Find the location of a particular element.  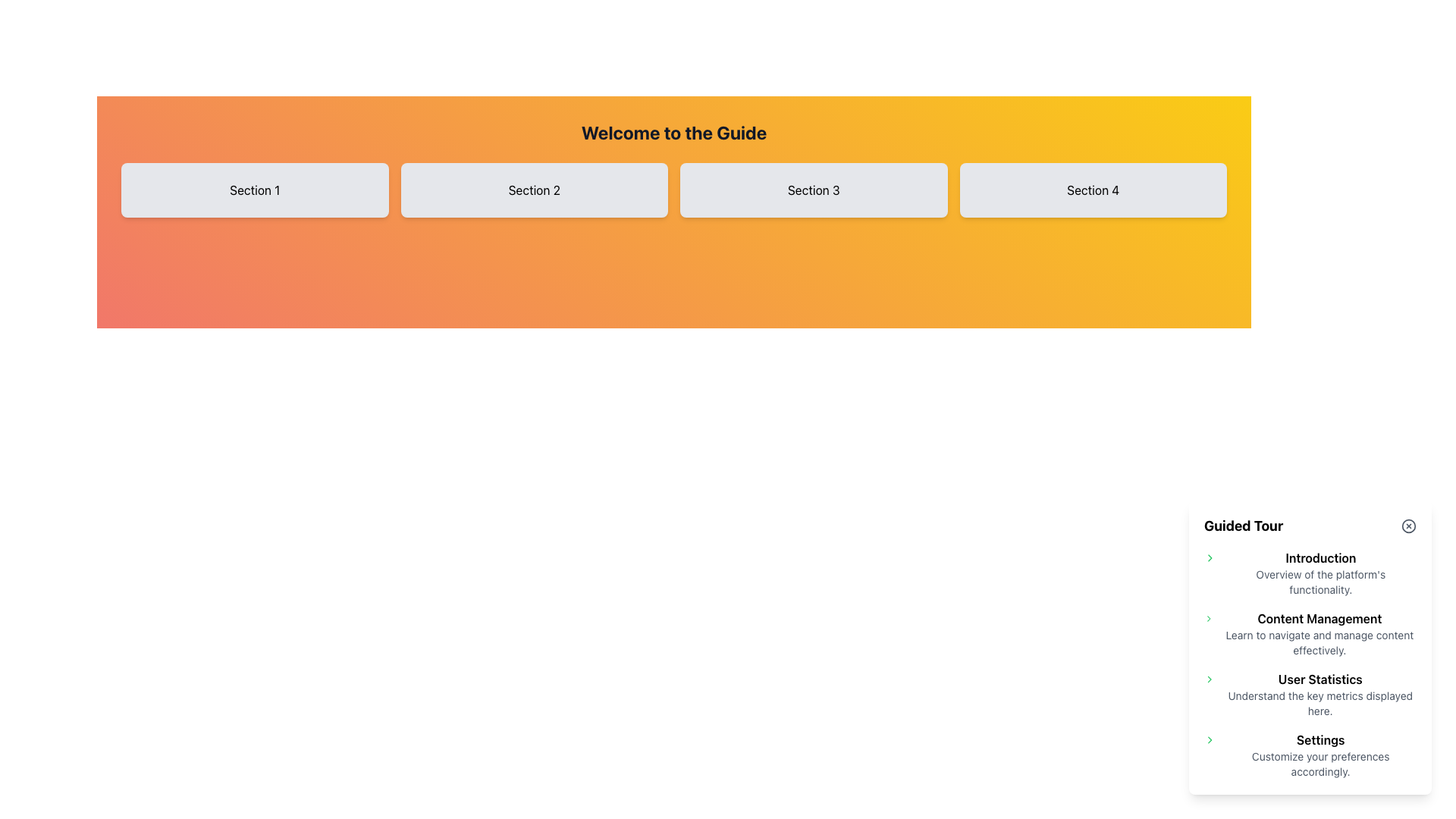

the non-interactive text element located beneath the 'Content Management' heading in the Guided Tour section is located at coordinates (1319, 643).